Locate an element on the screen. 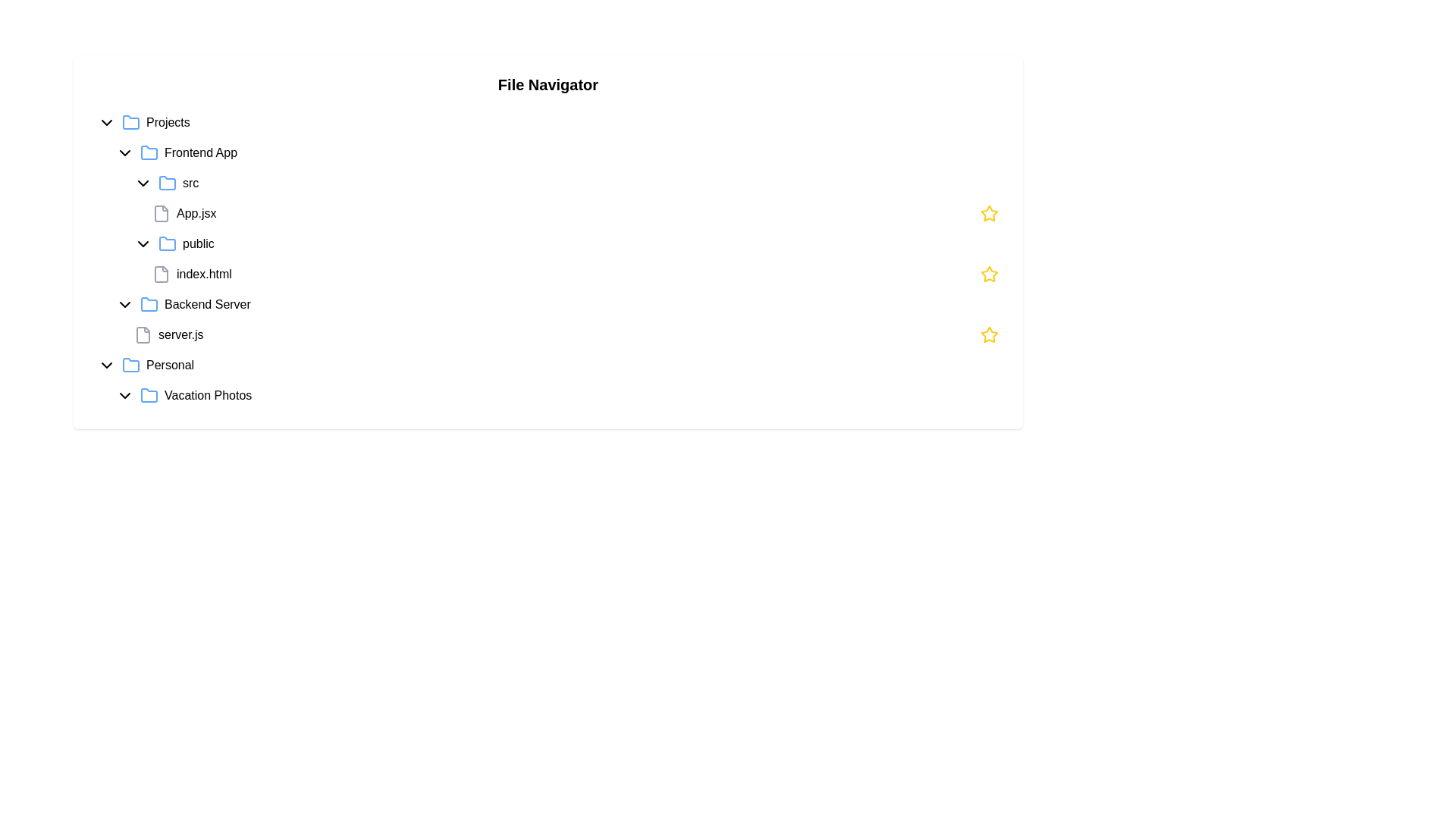  the file icon representing 'index.html' located is located at coordinates (161, 275).